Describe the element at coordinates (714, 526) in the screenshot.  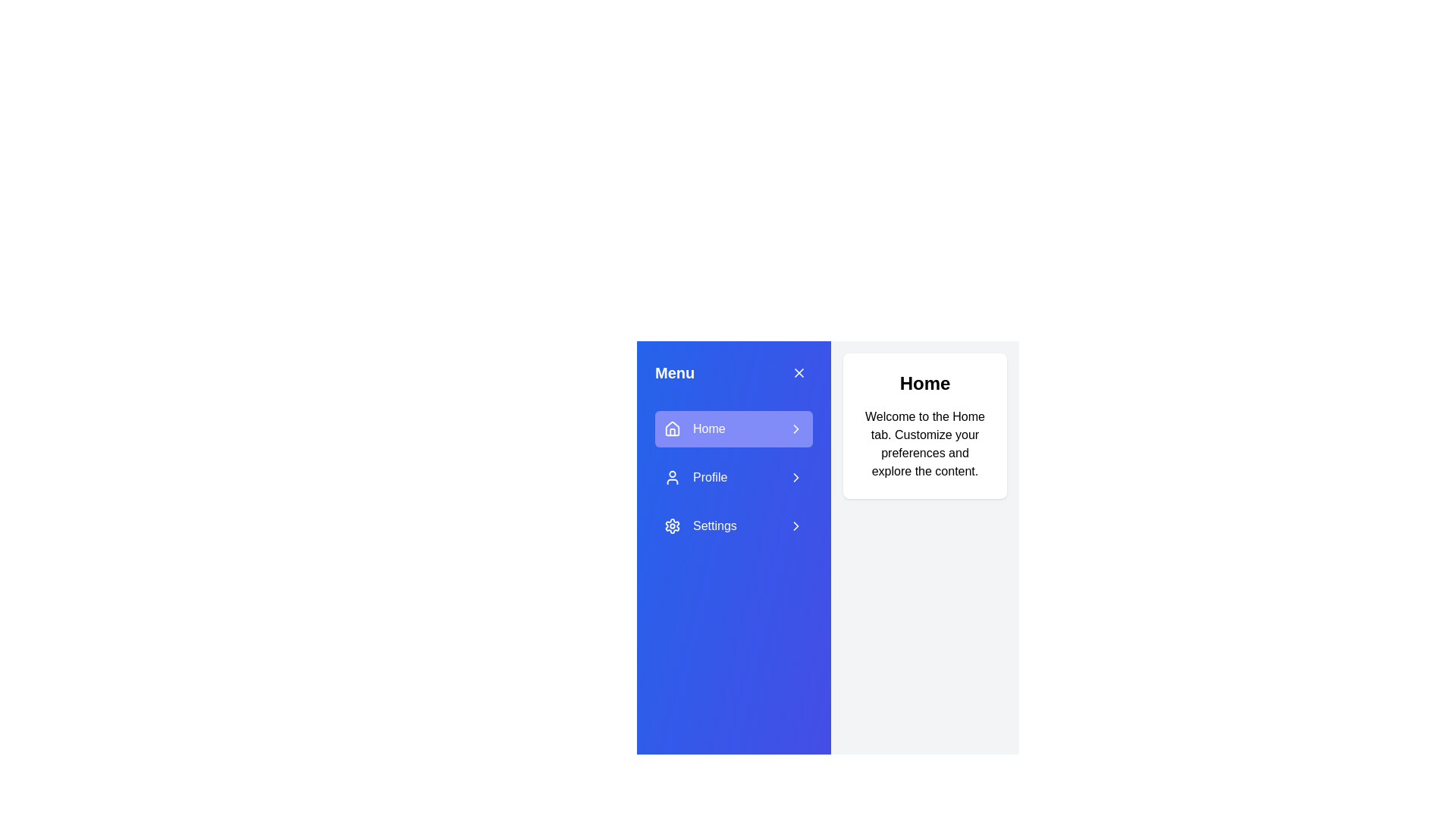
I see `the text label in the vertical navigation panel on the left side of the interface` at that location.